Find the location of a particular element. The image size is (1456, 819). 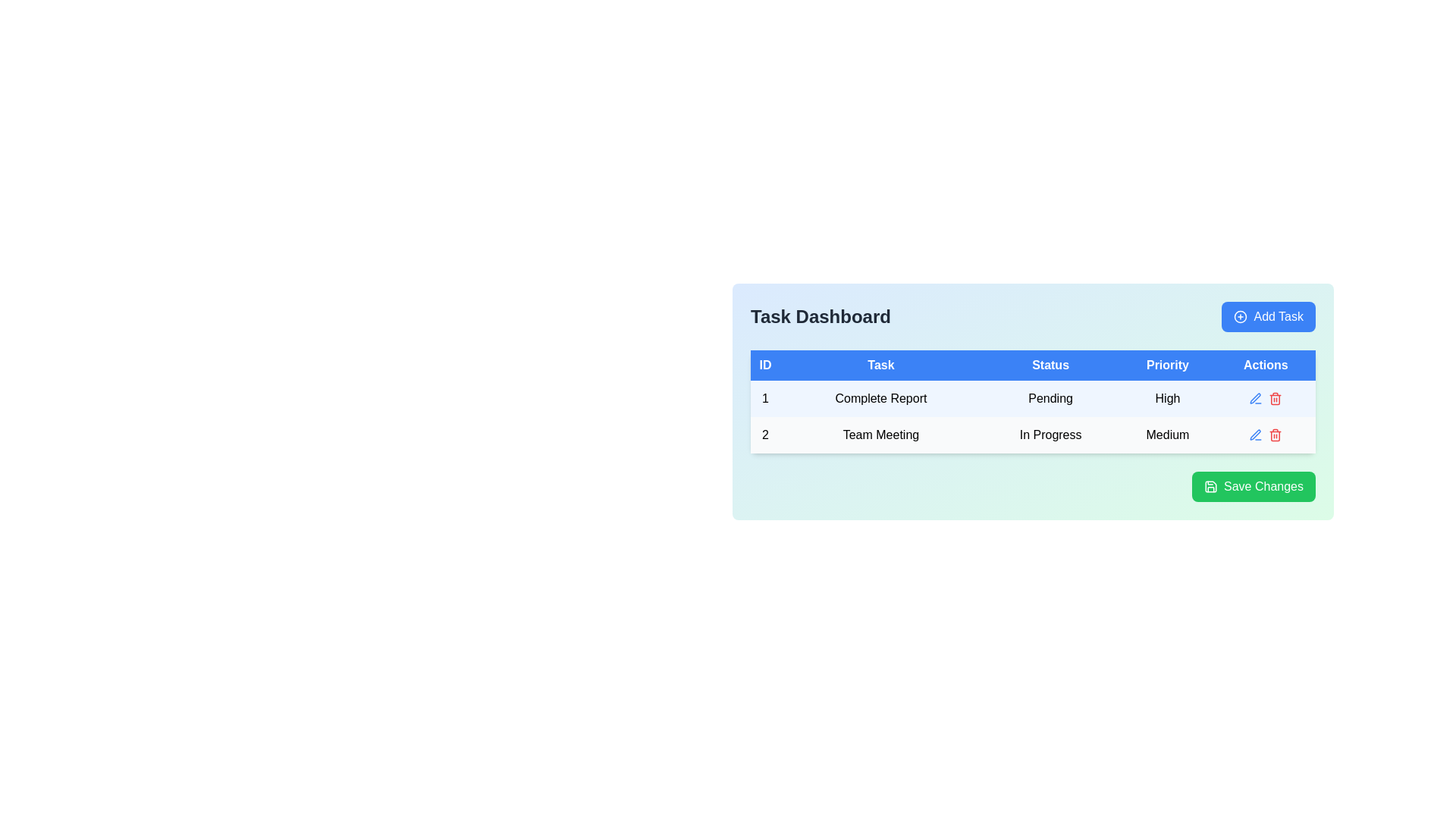

the edit icon in the 'Actions' column of the row for the task 'Complete Report' is located at coordinates (1256, 435).